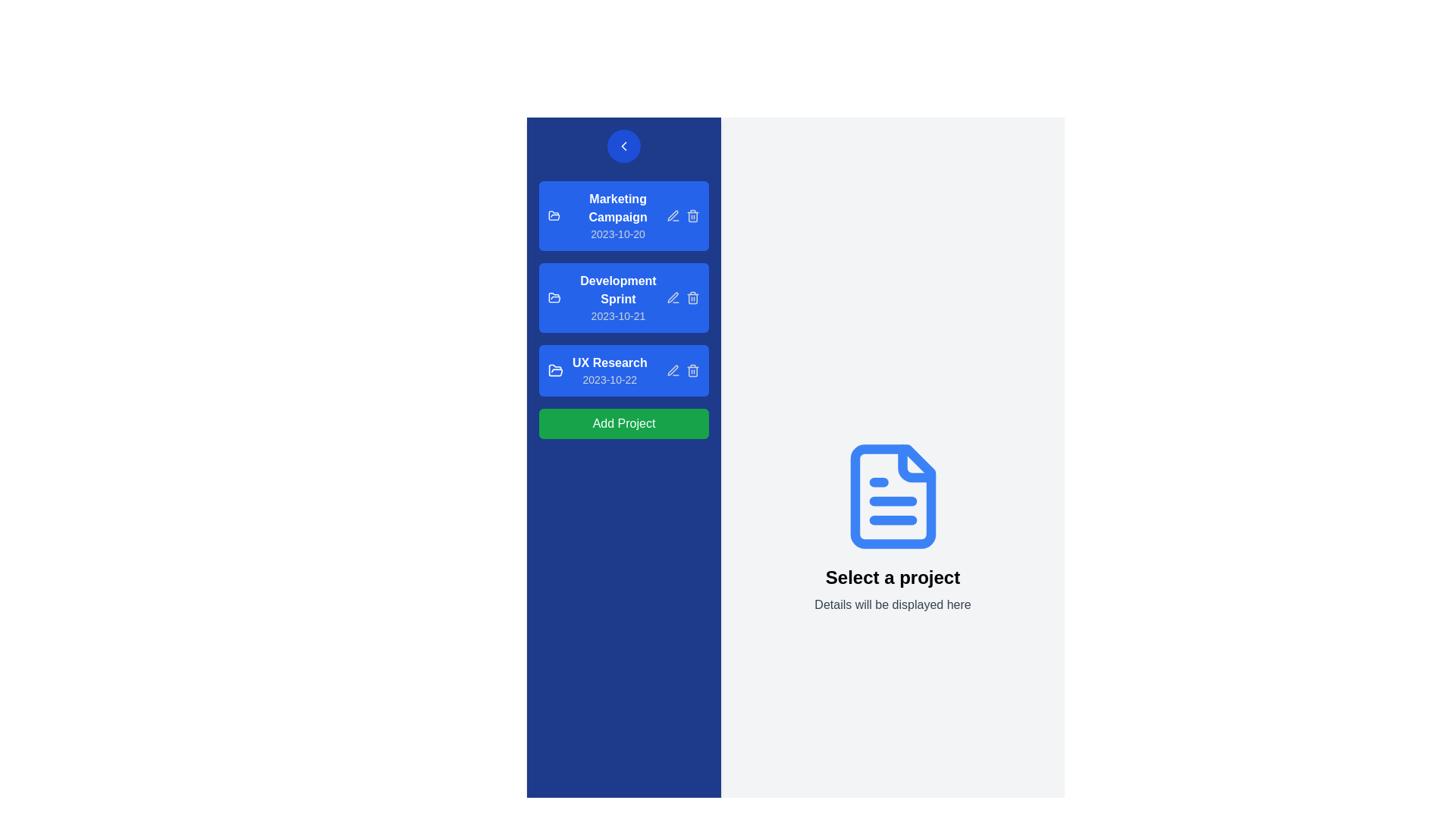 This screenshot has width=1456, height=819. I want to click on the Pen icon button located to the right of the 'Development Sprint' text to initiate edit mode for the associated list item, so click(672, 297).